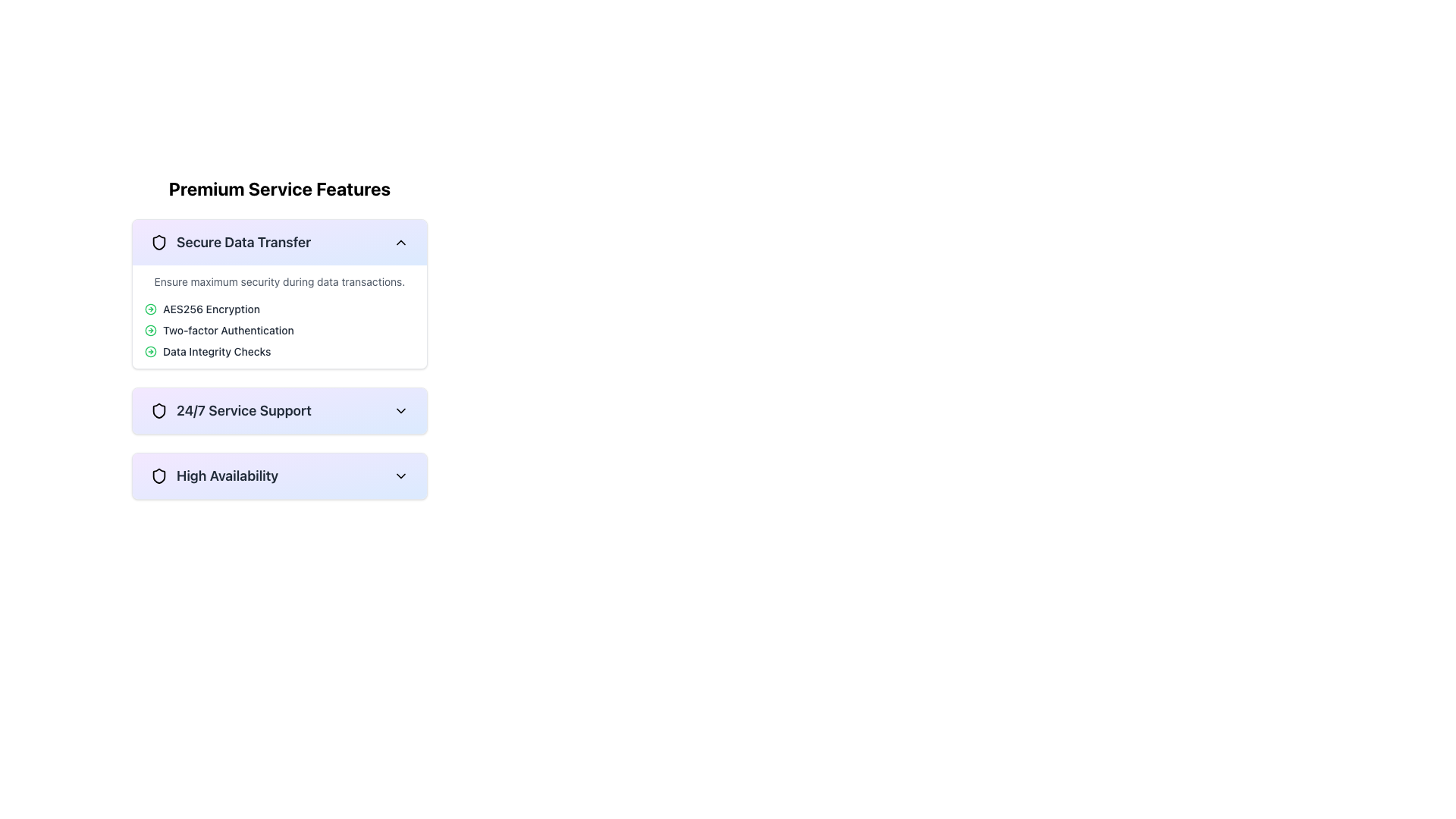  Describe the element at coordinates (227, 329) in the screenshot. I see `text information from the text label displaying 'Two-factor Authentication', which is positioned in the middle column below 'AES256 Encryption' and above 'Data Integrity Checks'` at that location.